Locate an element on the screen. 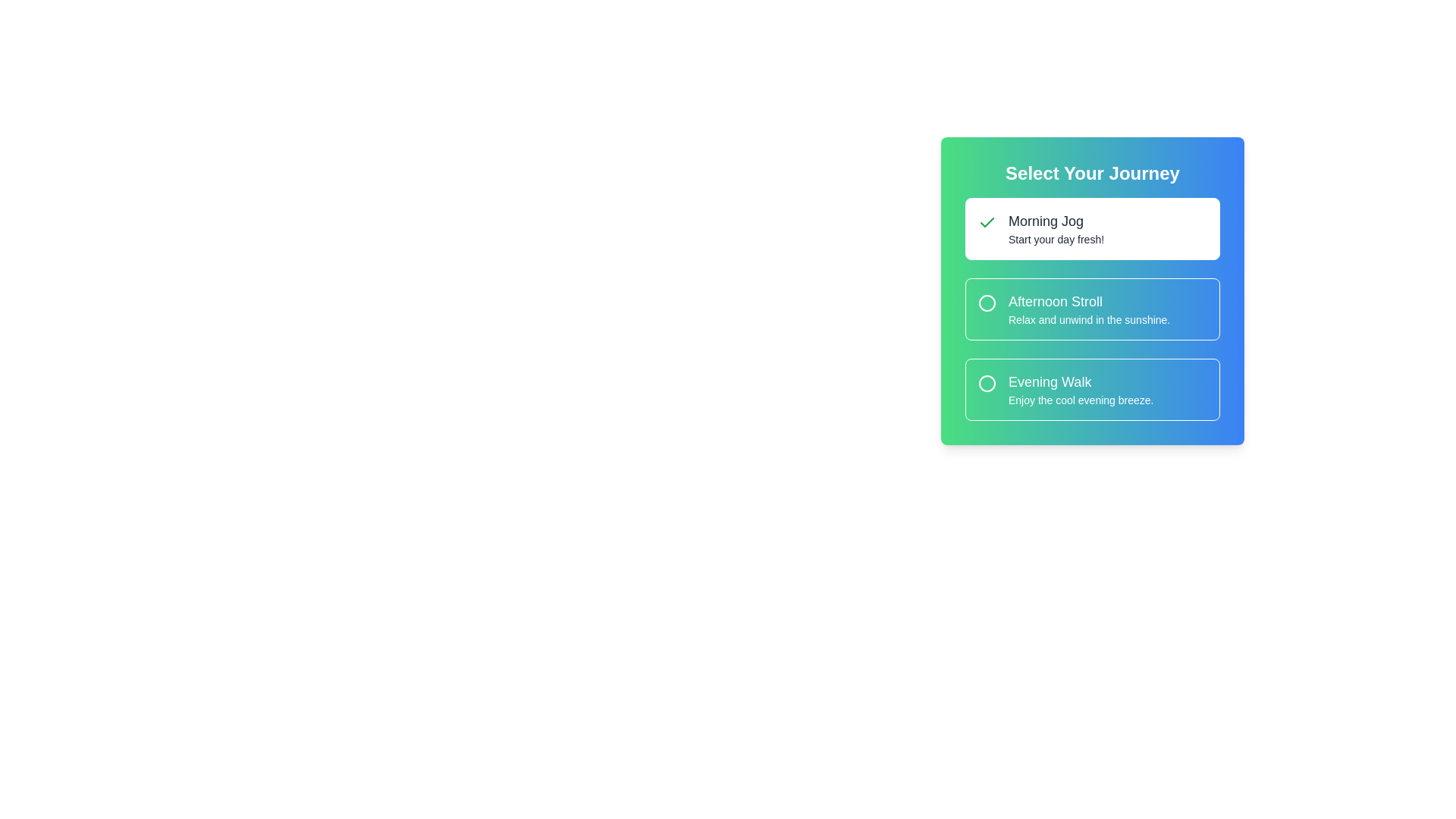 This screenshot has width=1456, height=819. the text element displaying 'Relax and unwind in the sunshine.' which is styled for subheadings and located beneath the title 'Afternoon Stroll.' is located at coordinates (1088, 318).